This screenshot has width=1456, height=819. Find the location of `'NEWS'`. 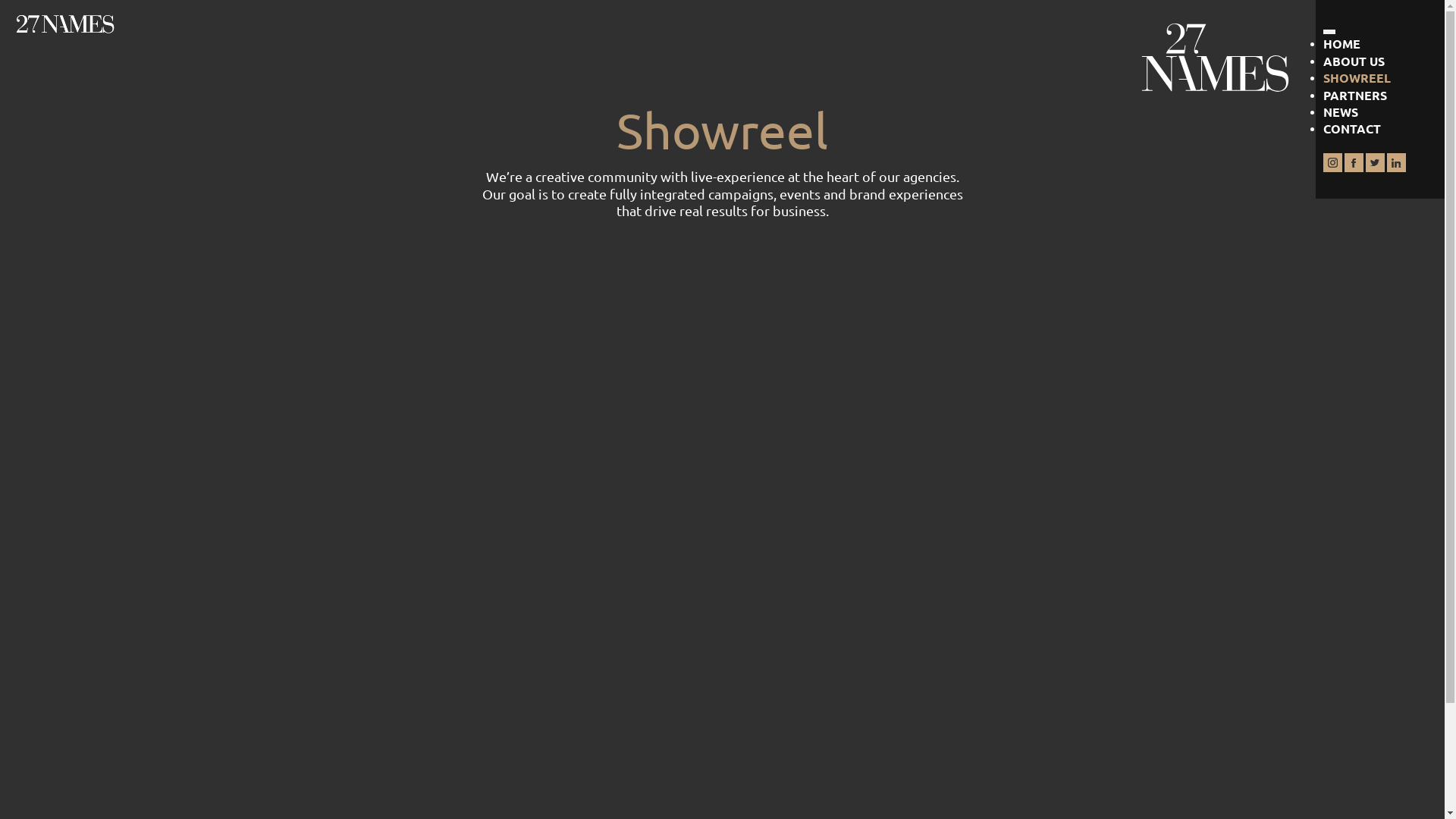

'NEWS' is located at coordinates (1340, 111).